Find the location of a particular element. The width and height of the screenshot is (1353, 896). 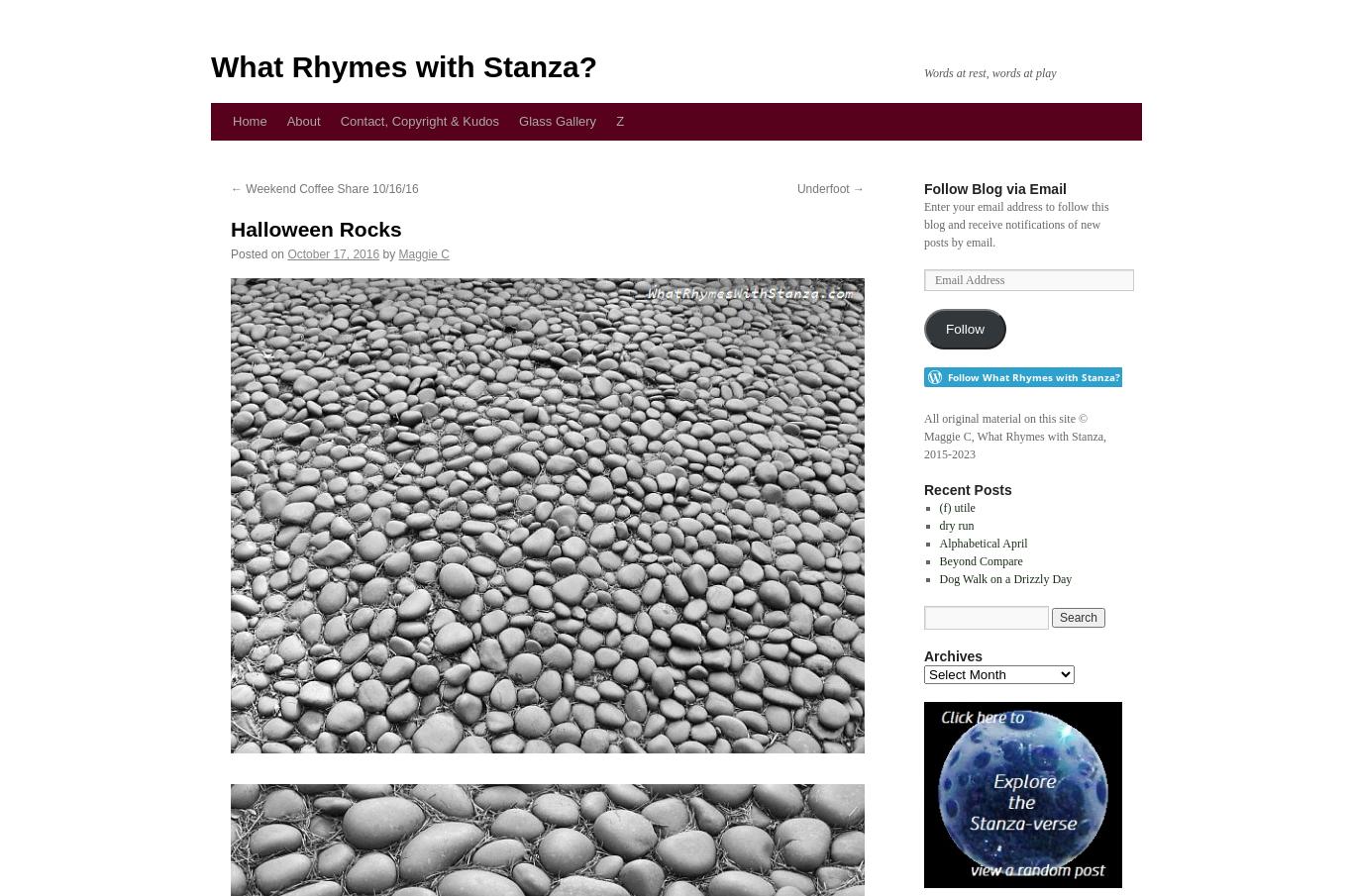

'All original material on this site © Maggie C, What Rhymes with Stanza, 2015-2023' is located at coordinates (923, 436).